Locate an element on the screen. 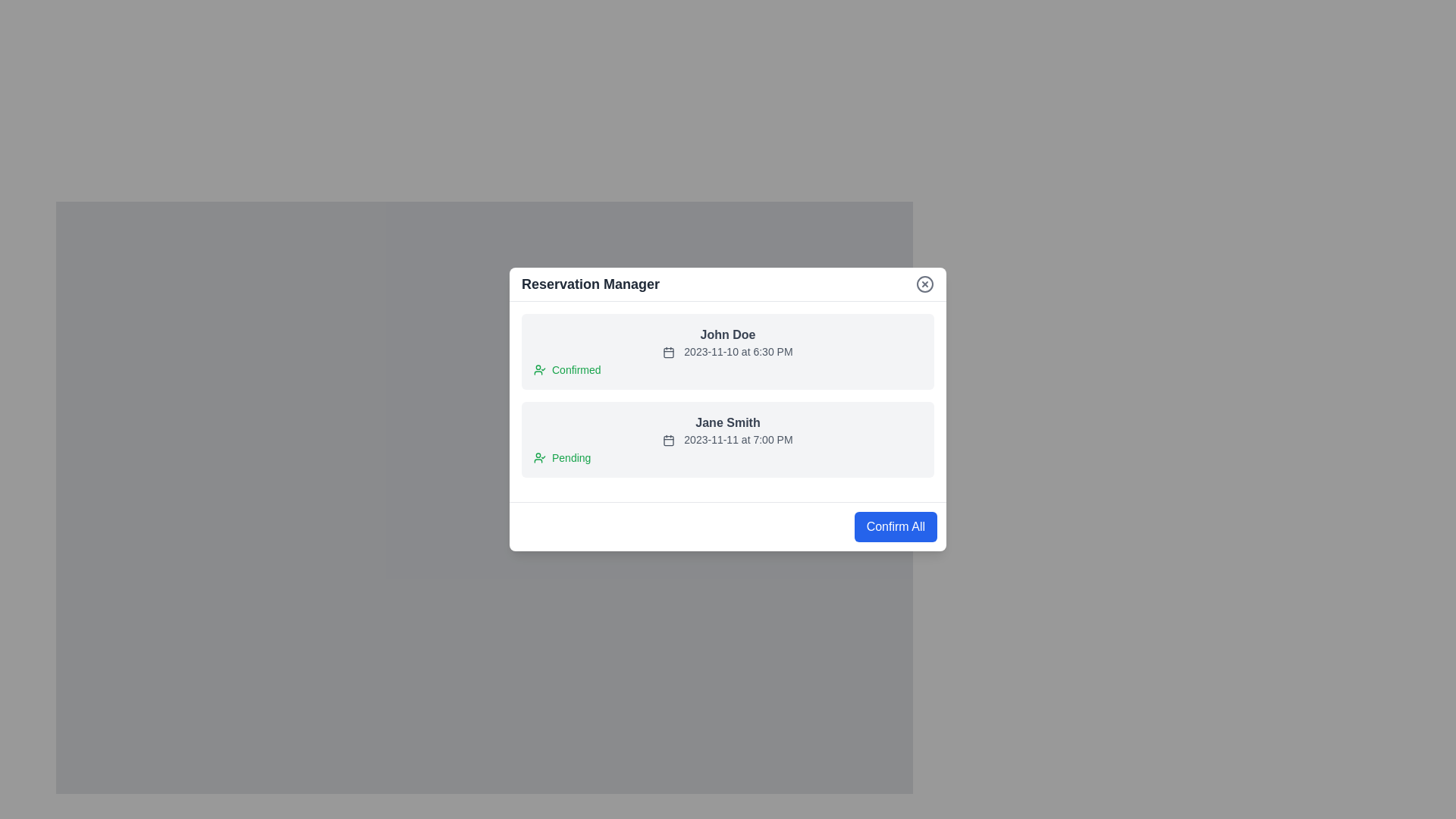 This screenshot has width=1456, height=819. the circular button with an 'X' icon located at the top-right corner of the modal interface adjacent to 'Reservation Manager' is located at coordinates (924, 284).